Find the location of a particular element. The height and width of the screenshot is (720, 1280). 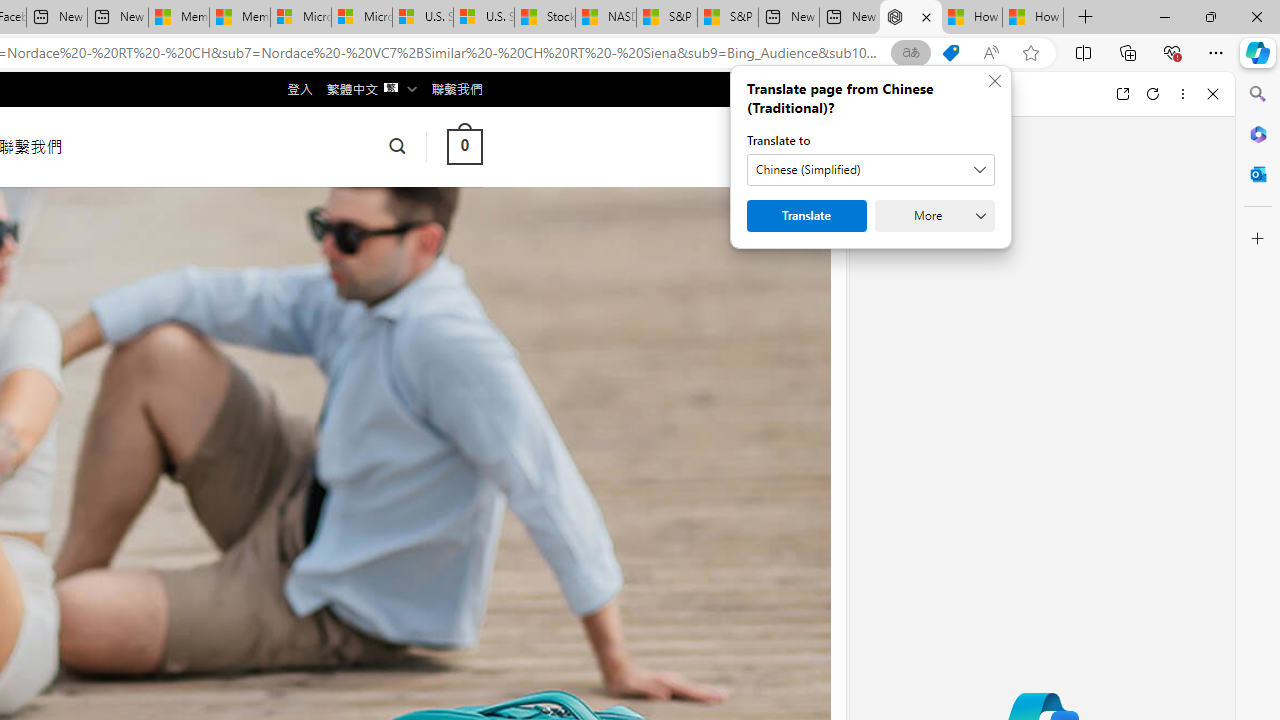

'This site has coupons! Shopping in Microsoft Edge' is located at coordinates (950, 52).